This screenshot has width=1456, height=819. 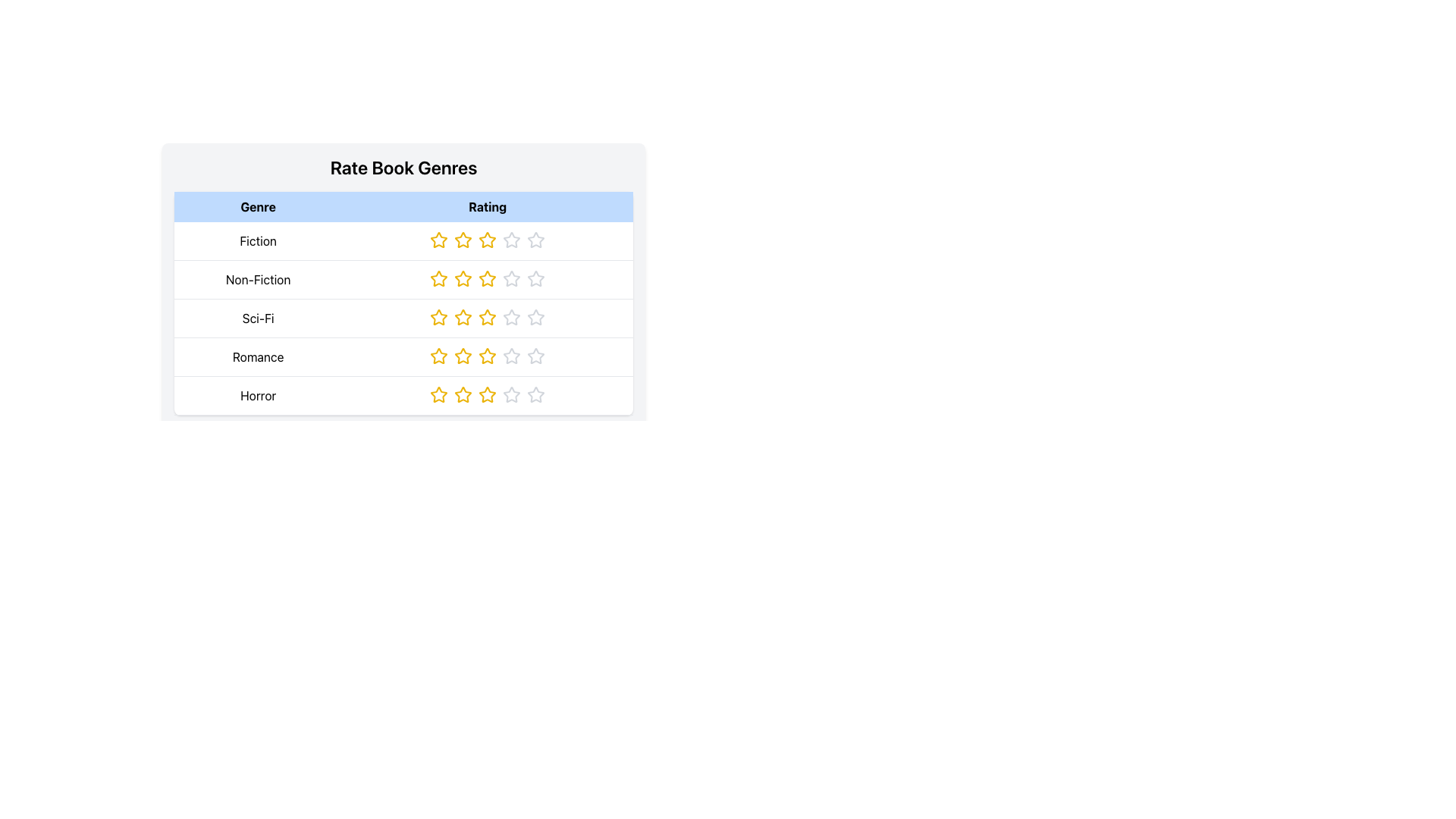 I want to click on the second star icon, so click(x=438, y=356).